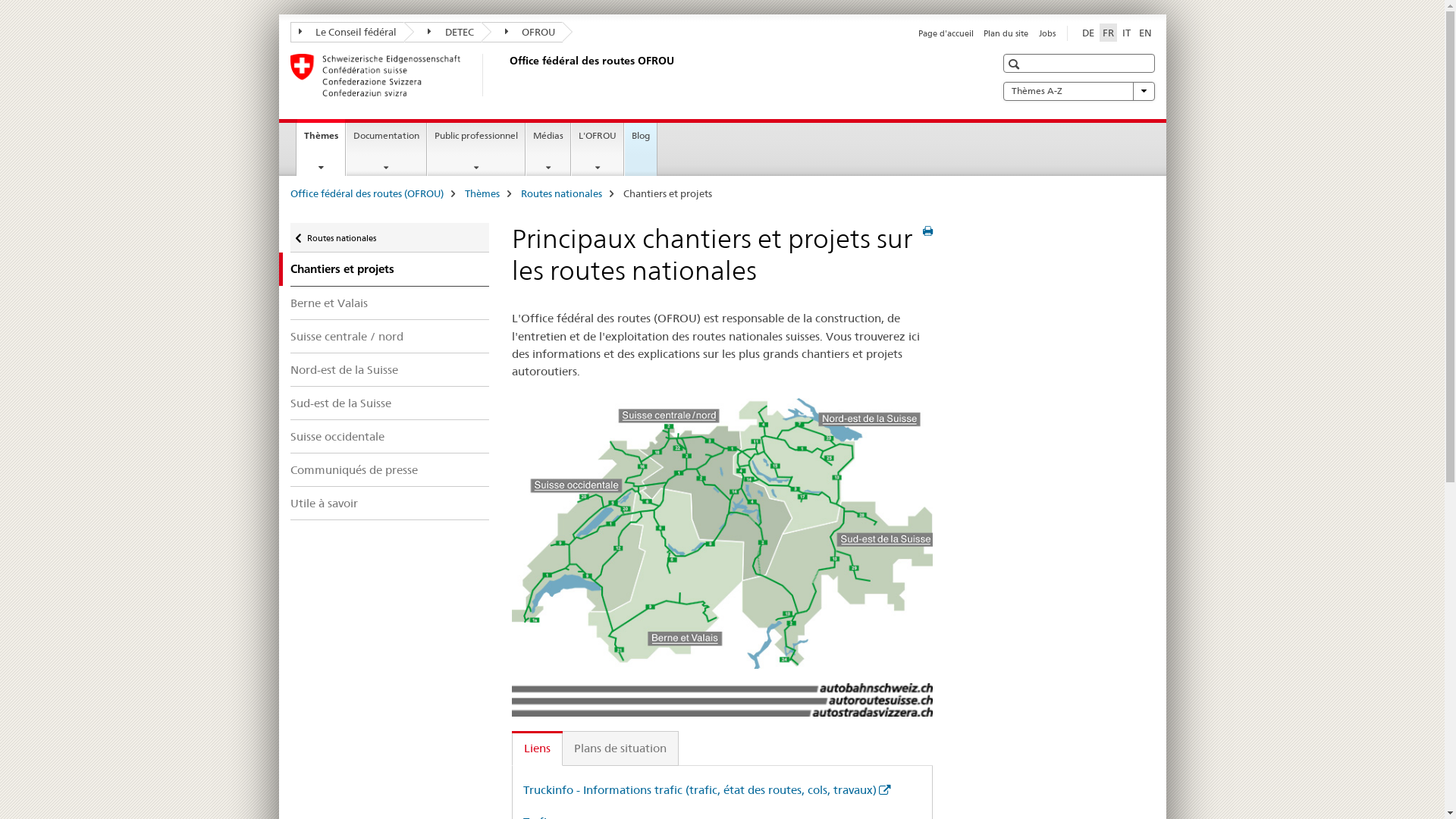  Describe the element at coordinates (389, 436) in the screenshot. I see `'Suisse occidentale'` at that location.